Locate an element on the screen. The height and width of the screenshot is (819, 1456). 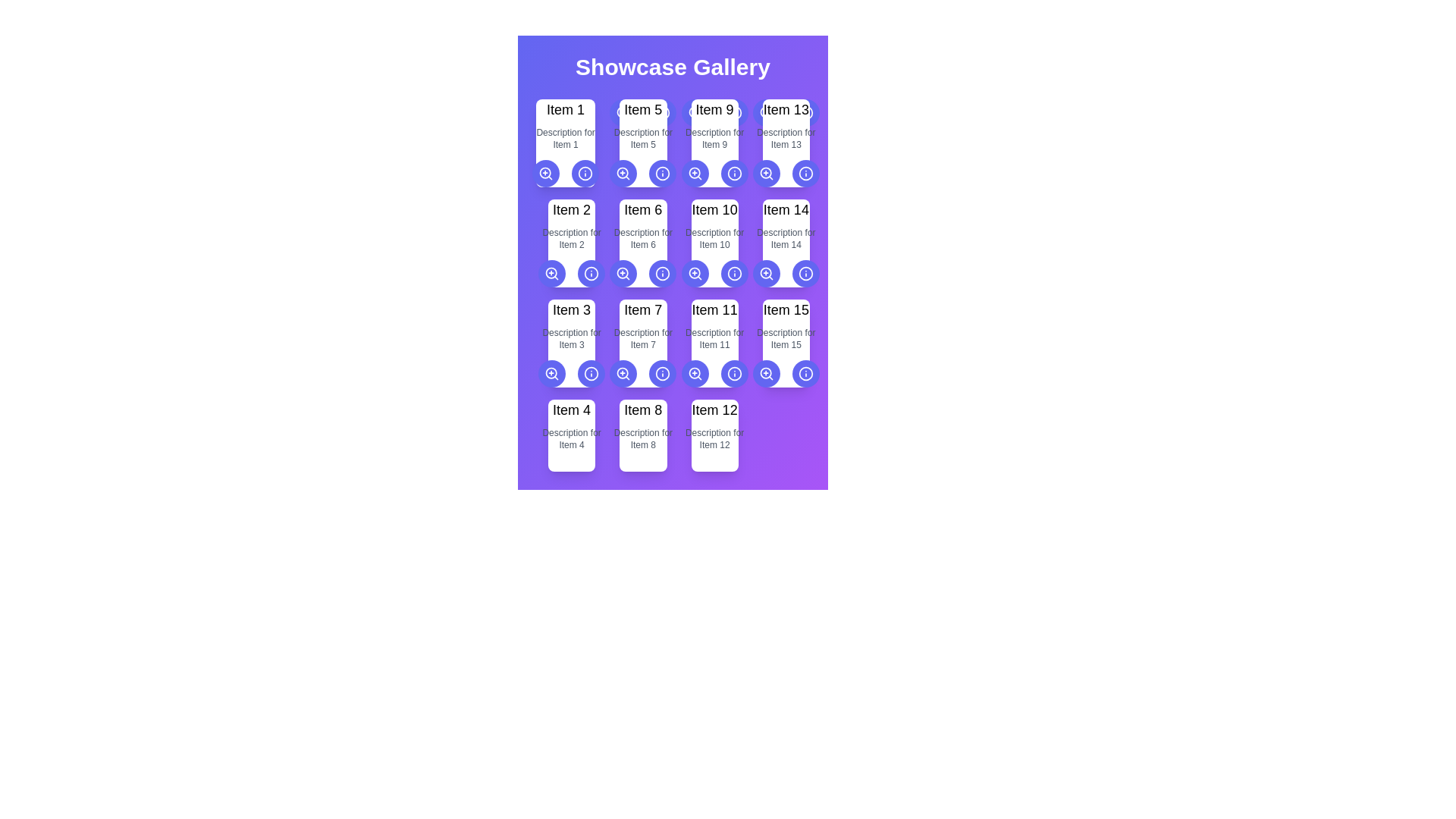
the zoom button located to the left of the second button under 'Item 5' in the grid layout is located at coordinates (623, 172).